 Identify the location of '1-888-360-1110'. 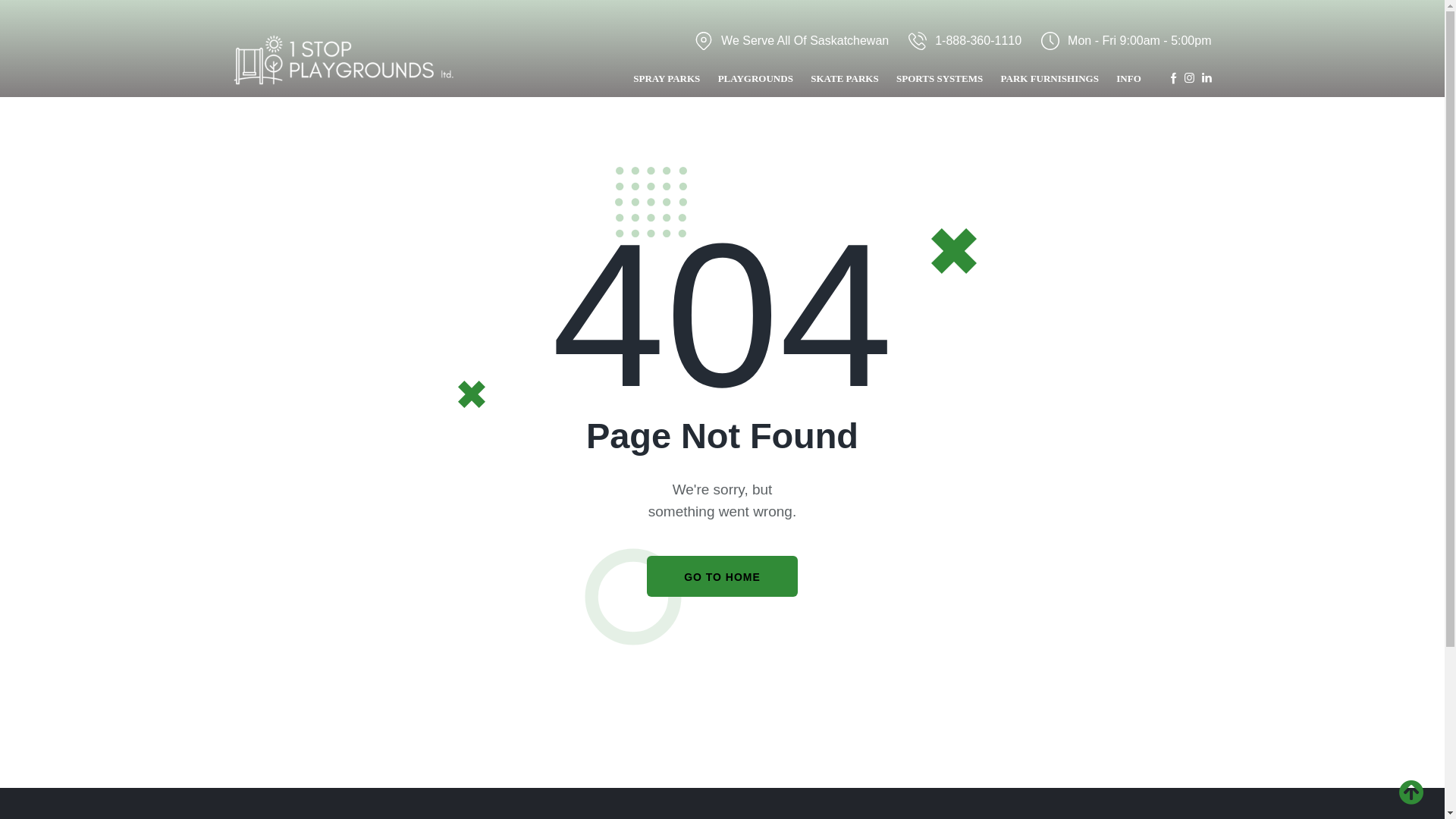
(964, 39).